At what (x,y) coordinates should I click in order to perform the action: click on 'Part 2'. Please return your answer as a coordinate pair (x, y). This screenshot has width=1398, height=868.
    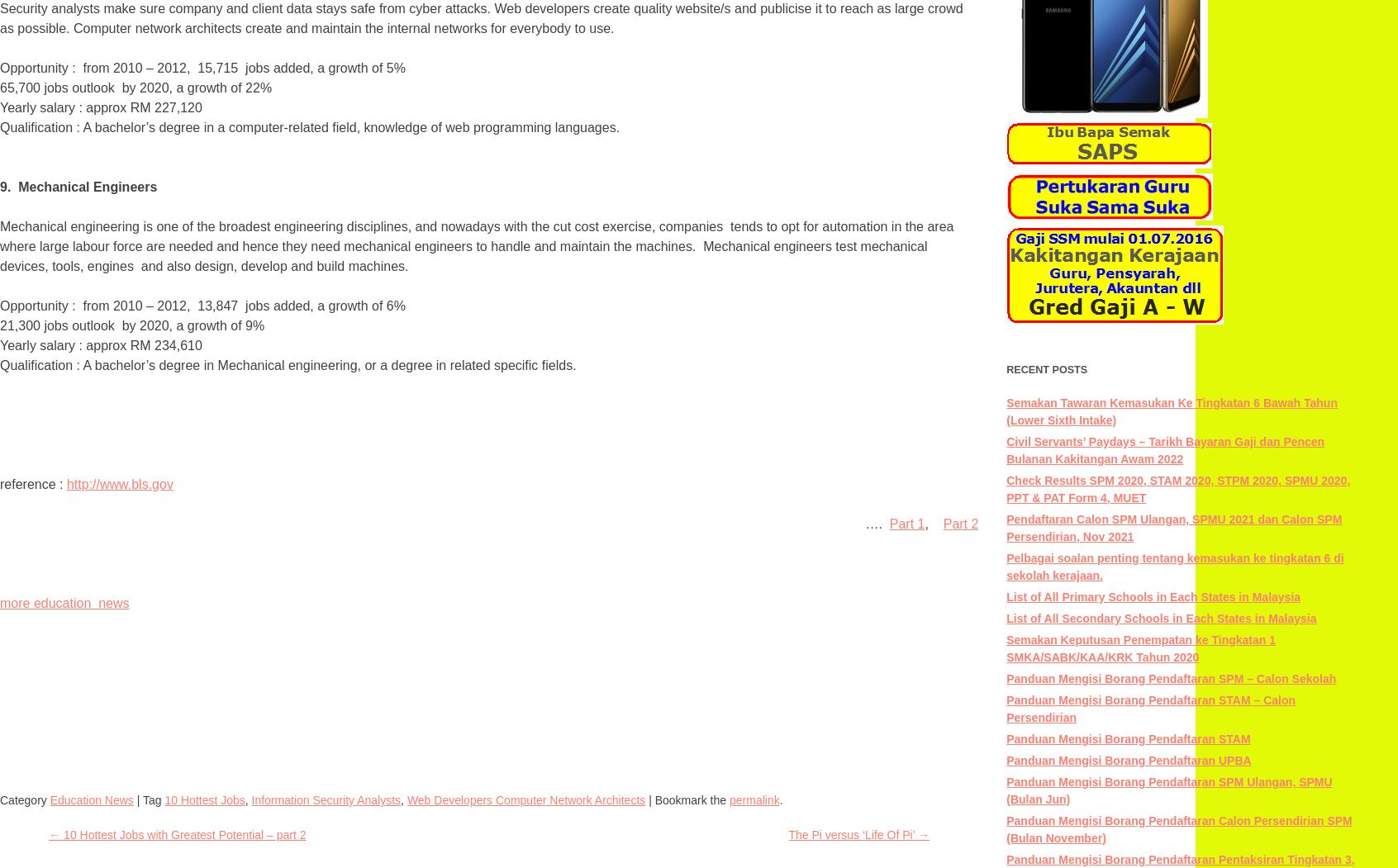
    Looking at the image, I should click on (941, 523).